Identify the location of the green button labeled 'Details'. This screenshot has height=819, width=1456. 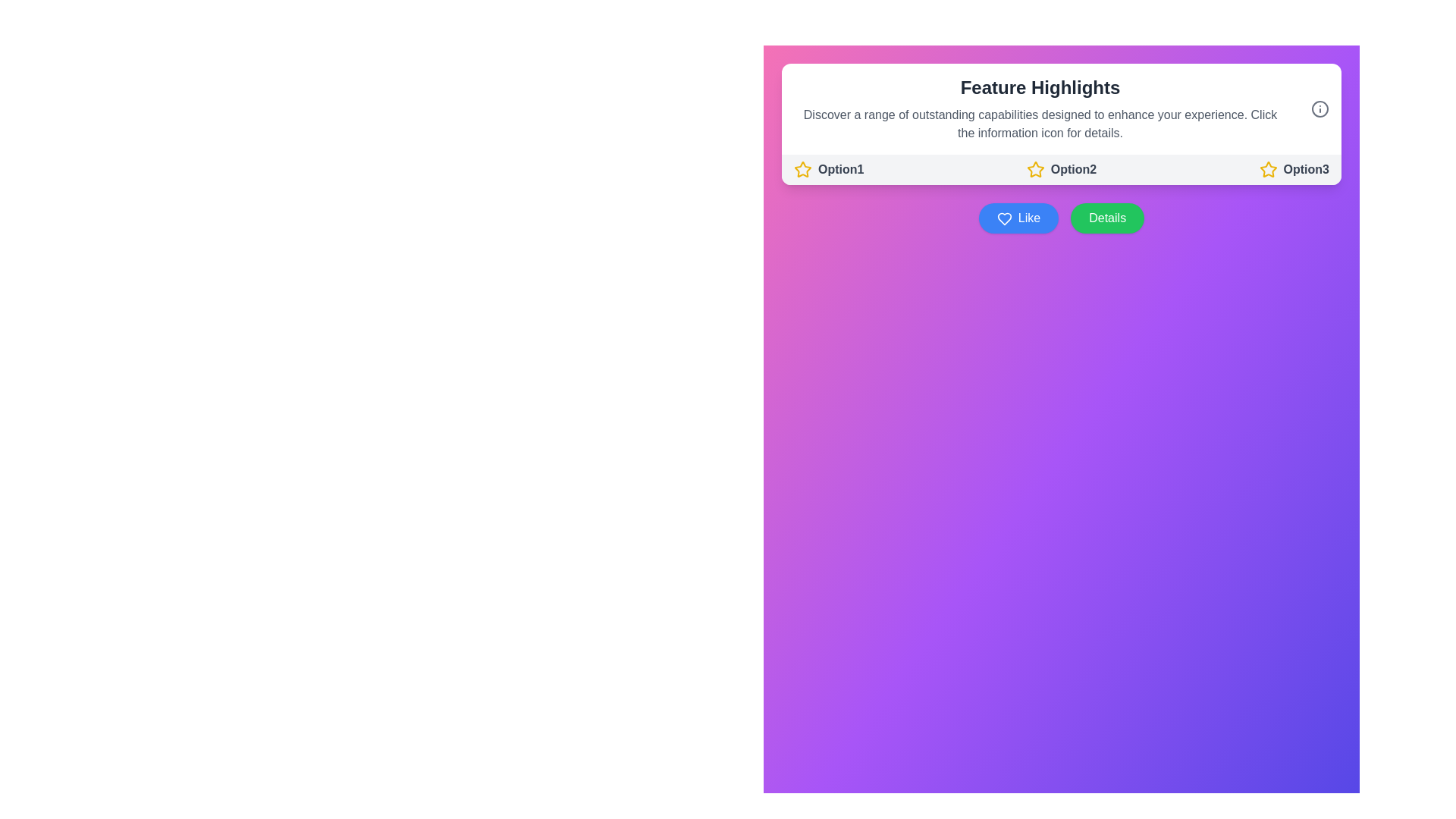
(1107, 218).